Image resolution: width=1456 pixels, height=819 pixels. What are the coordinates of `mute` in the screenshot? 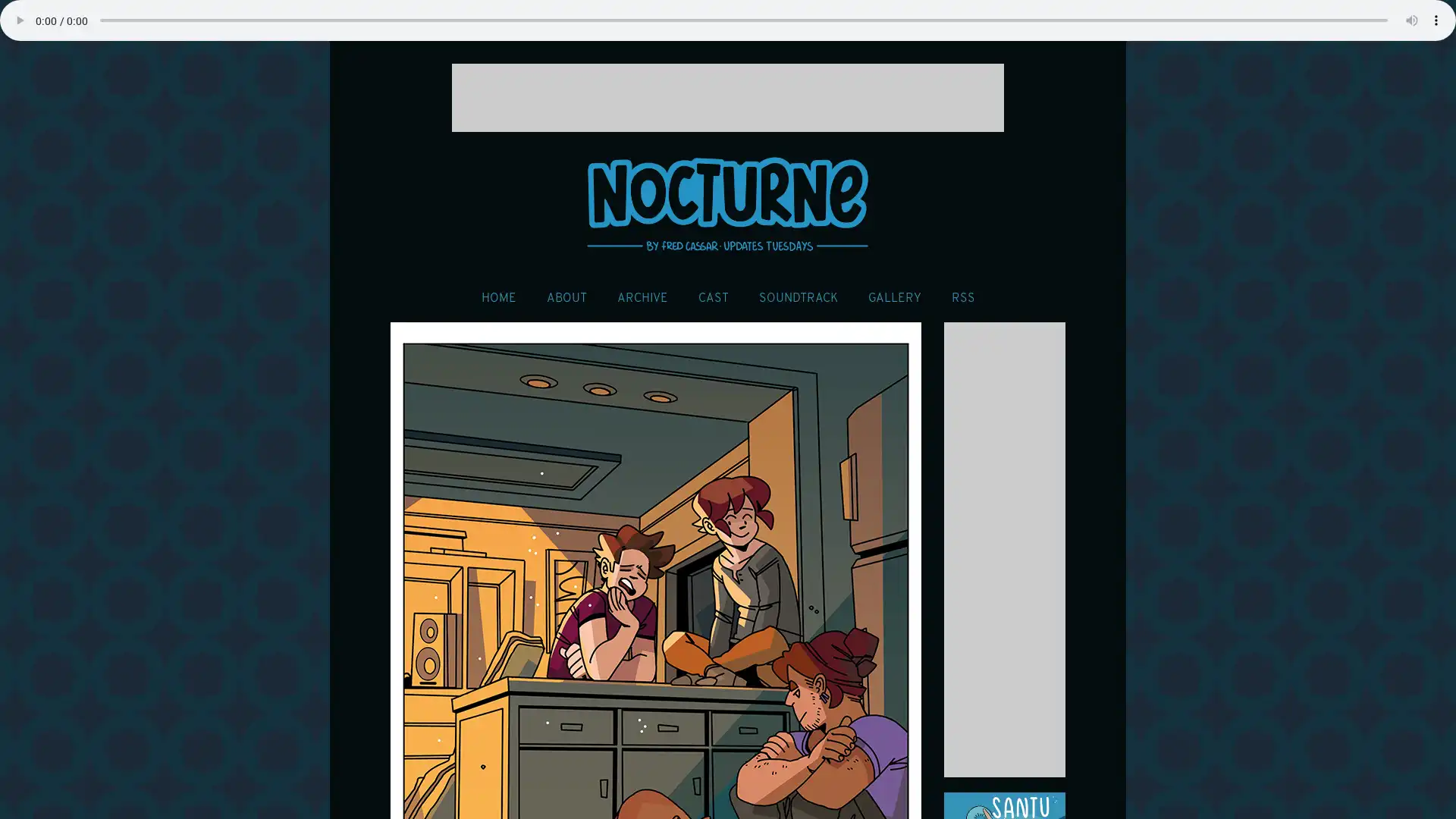 It's located at (1411, 20).